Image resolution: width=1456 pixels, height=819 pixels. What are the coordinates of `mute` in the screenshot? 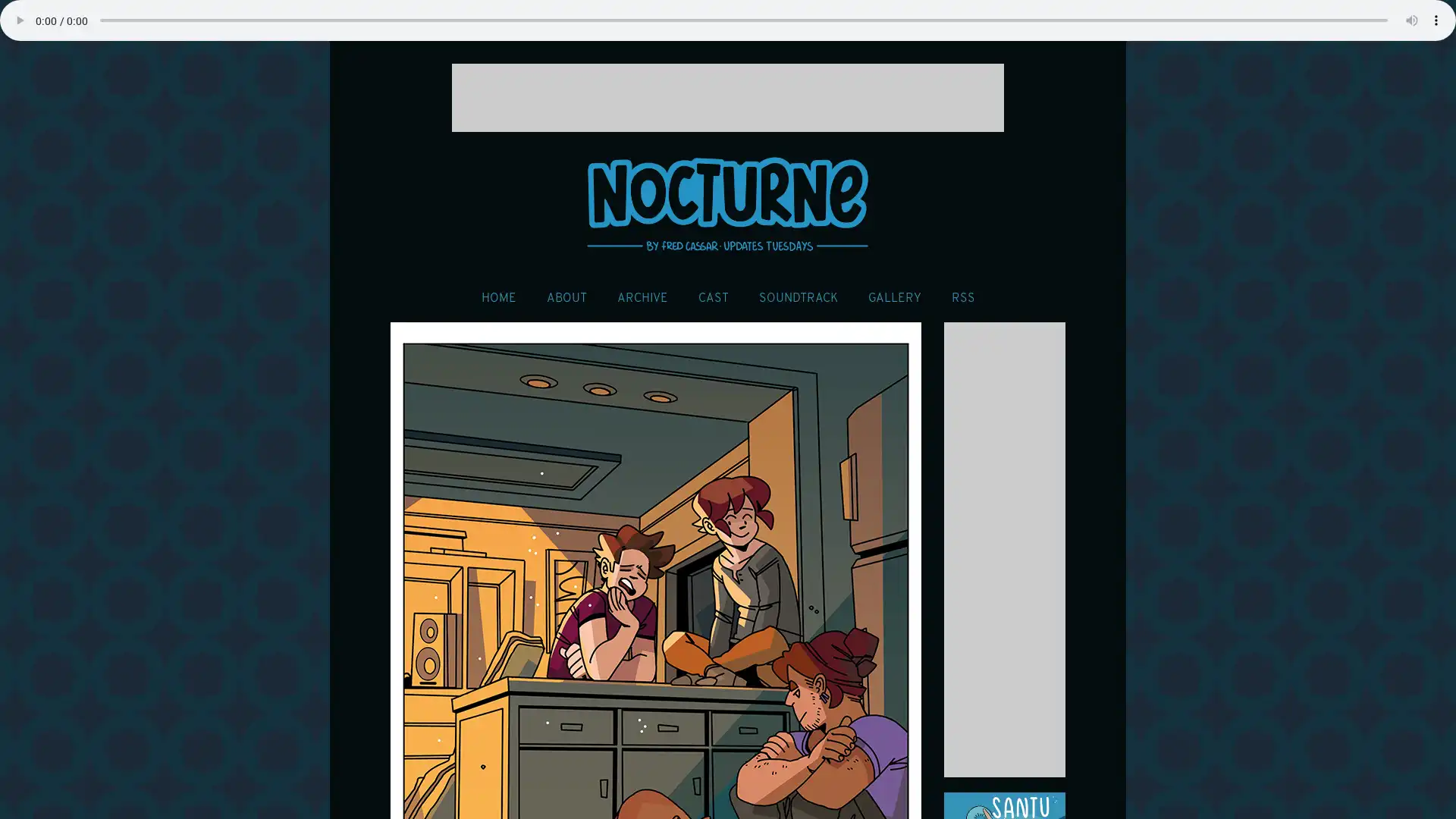 It's located at (1411, 20).